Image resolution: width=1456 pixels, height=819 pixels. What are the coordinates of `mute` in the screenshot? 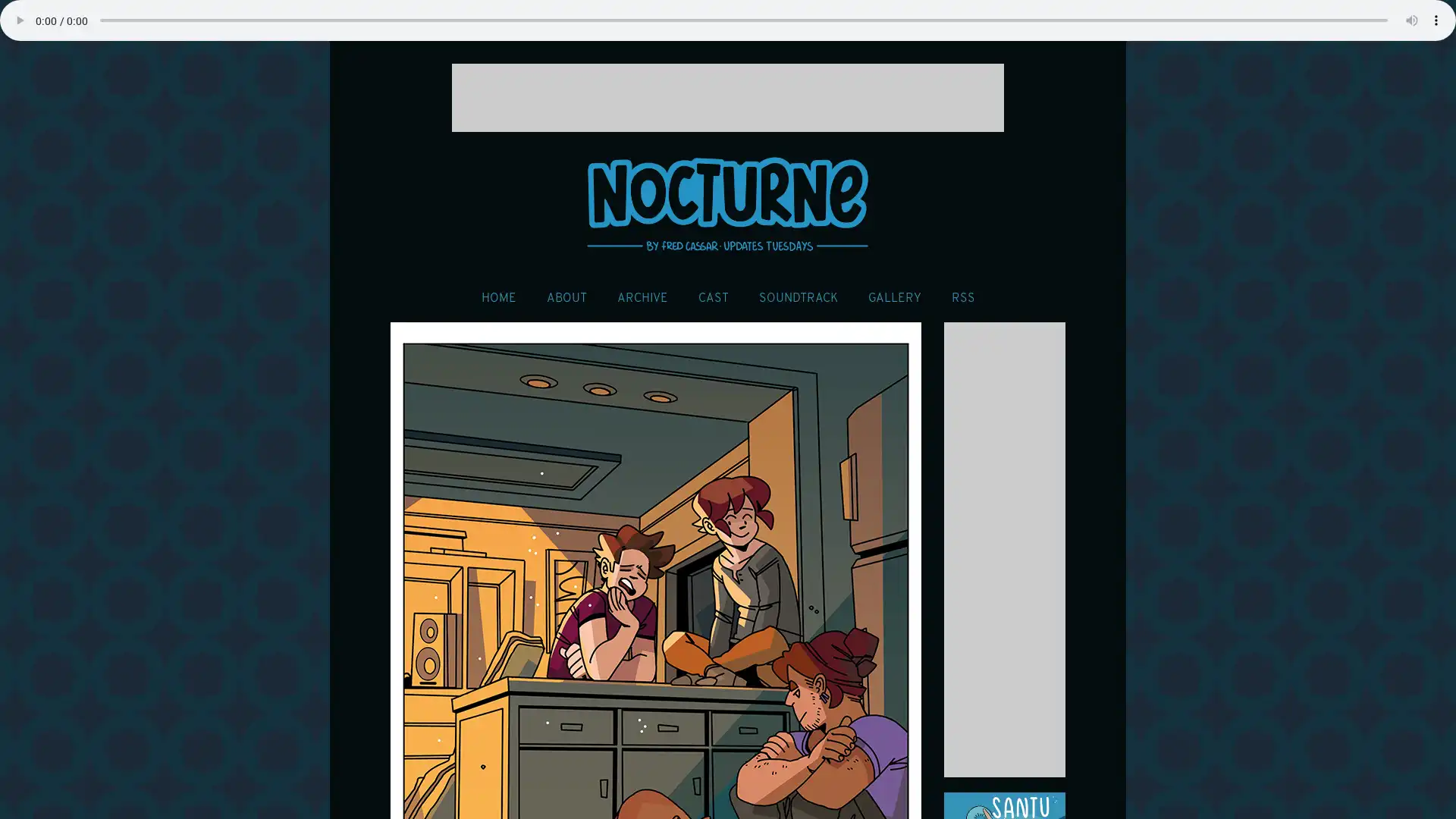 It's located at (1411, 20).